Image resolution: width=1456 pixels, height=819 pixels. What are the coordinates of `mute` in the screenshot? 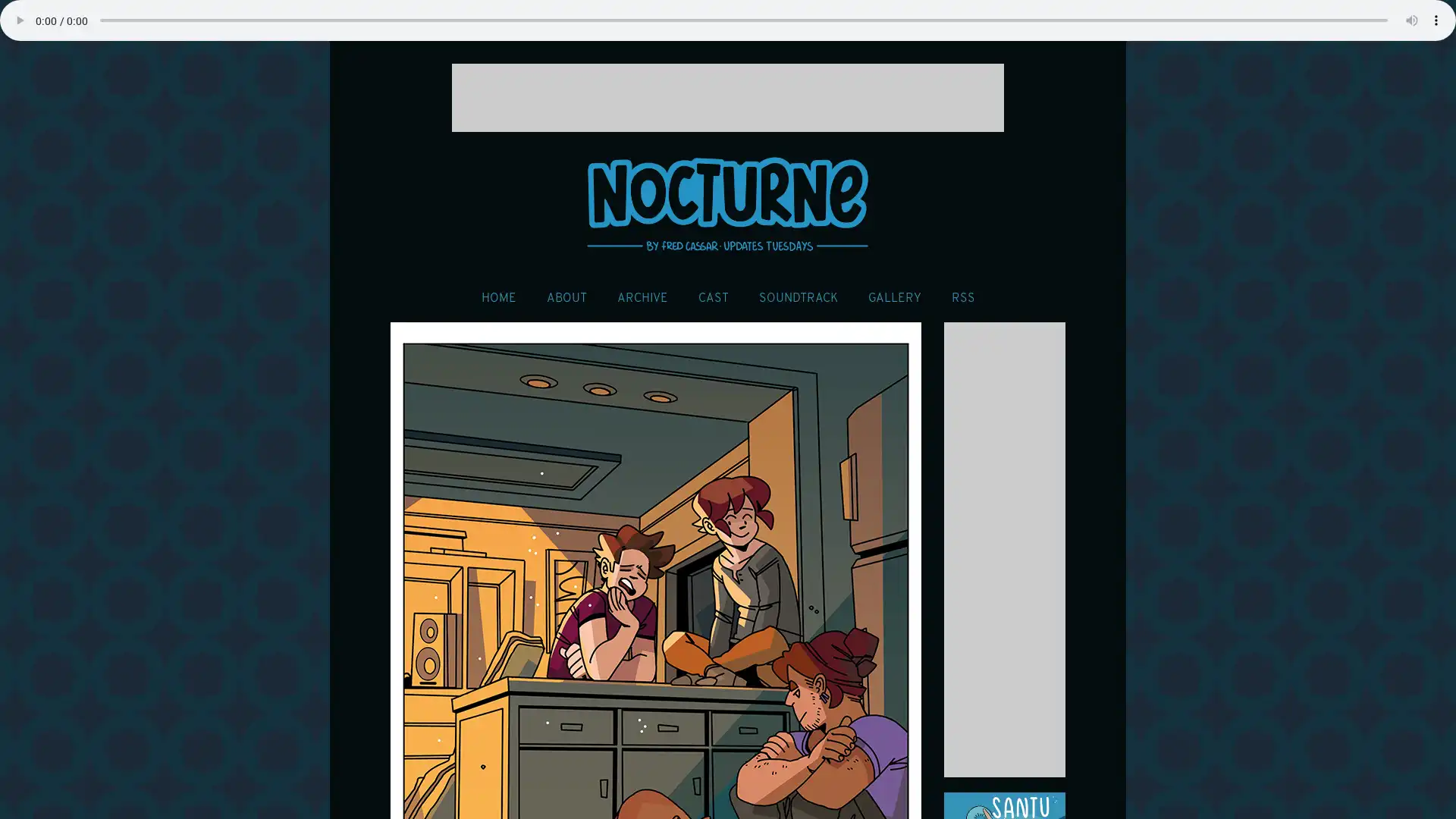 It's located at (1411, 20).